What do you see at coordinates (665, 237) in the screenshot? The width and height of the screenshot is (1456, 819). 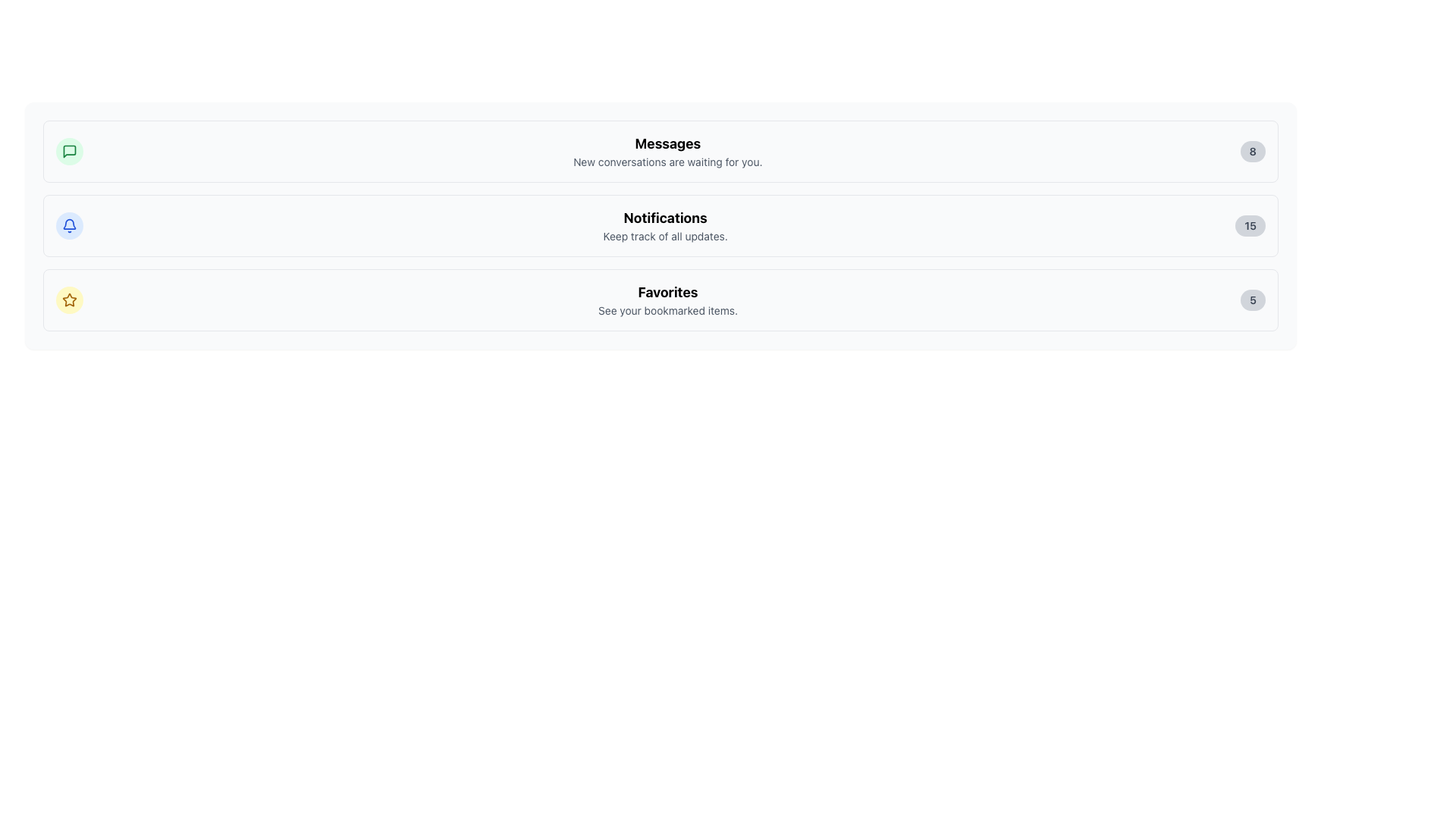 I see `the text element that reads 'Keep track of all updates.' which is styled in a small gray font and located directly beneath the 'Notifications' heading` at bounding box center [665, 237].